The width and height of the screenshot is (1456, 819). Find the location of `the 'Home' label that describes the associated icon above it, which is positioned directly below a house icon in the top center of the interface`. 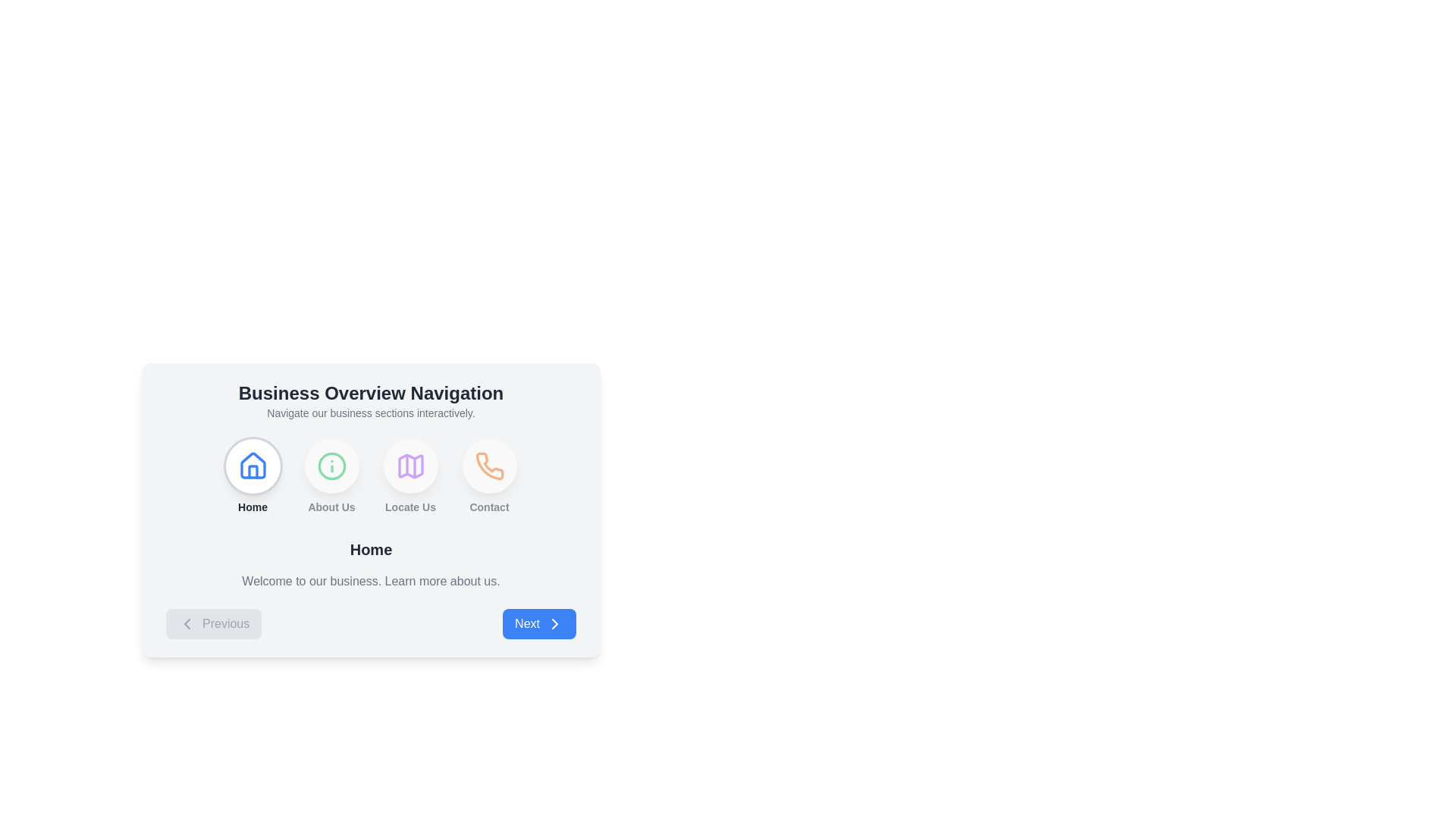

the 'Home' label that describes the associated icon above it, which is positioned directly below a house icon in the top center of the interface is located at coordinates (253, 507).